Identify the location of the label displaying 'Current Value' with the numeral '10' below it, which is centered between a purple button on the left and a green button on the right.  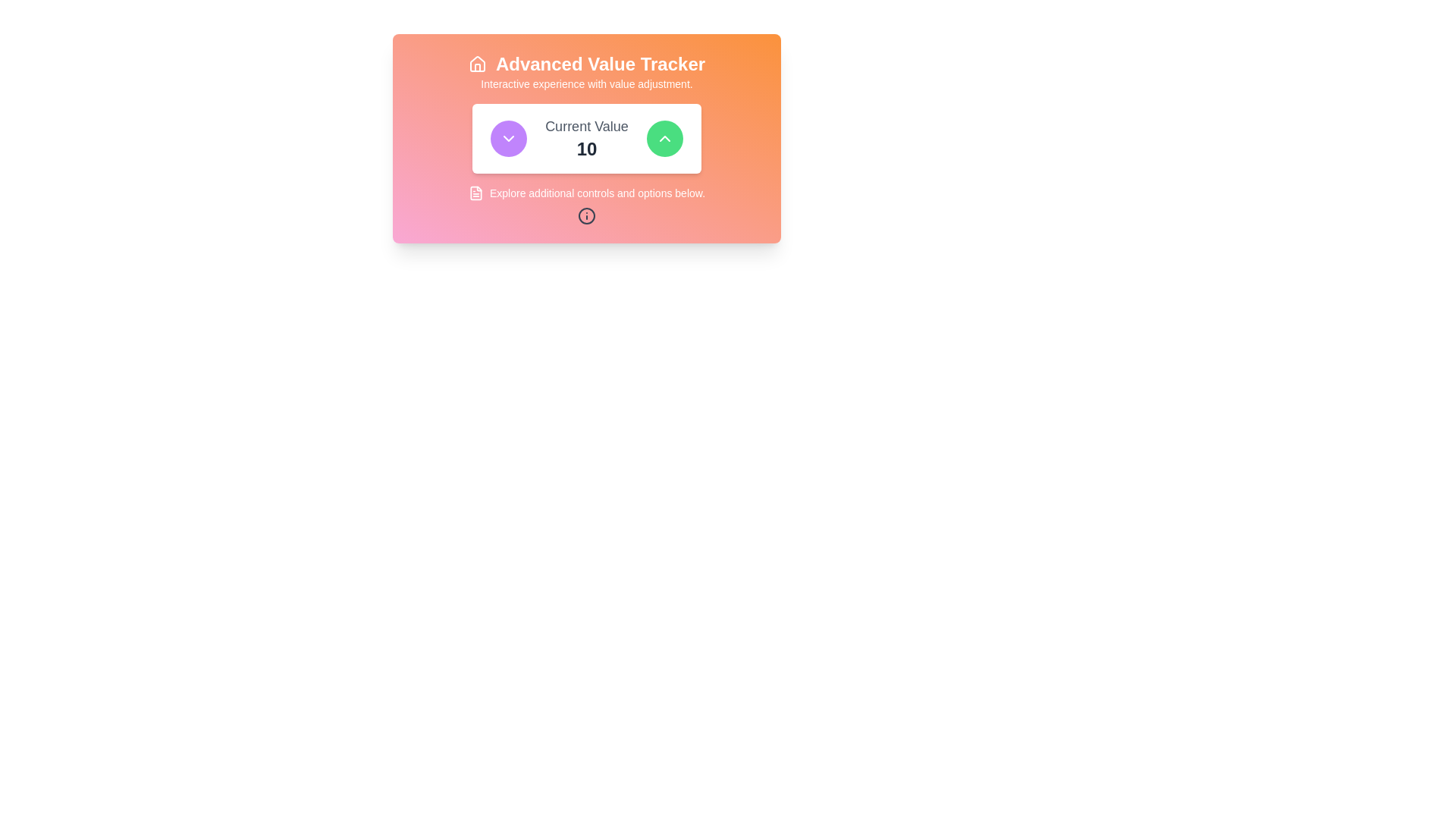
(585, 138).